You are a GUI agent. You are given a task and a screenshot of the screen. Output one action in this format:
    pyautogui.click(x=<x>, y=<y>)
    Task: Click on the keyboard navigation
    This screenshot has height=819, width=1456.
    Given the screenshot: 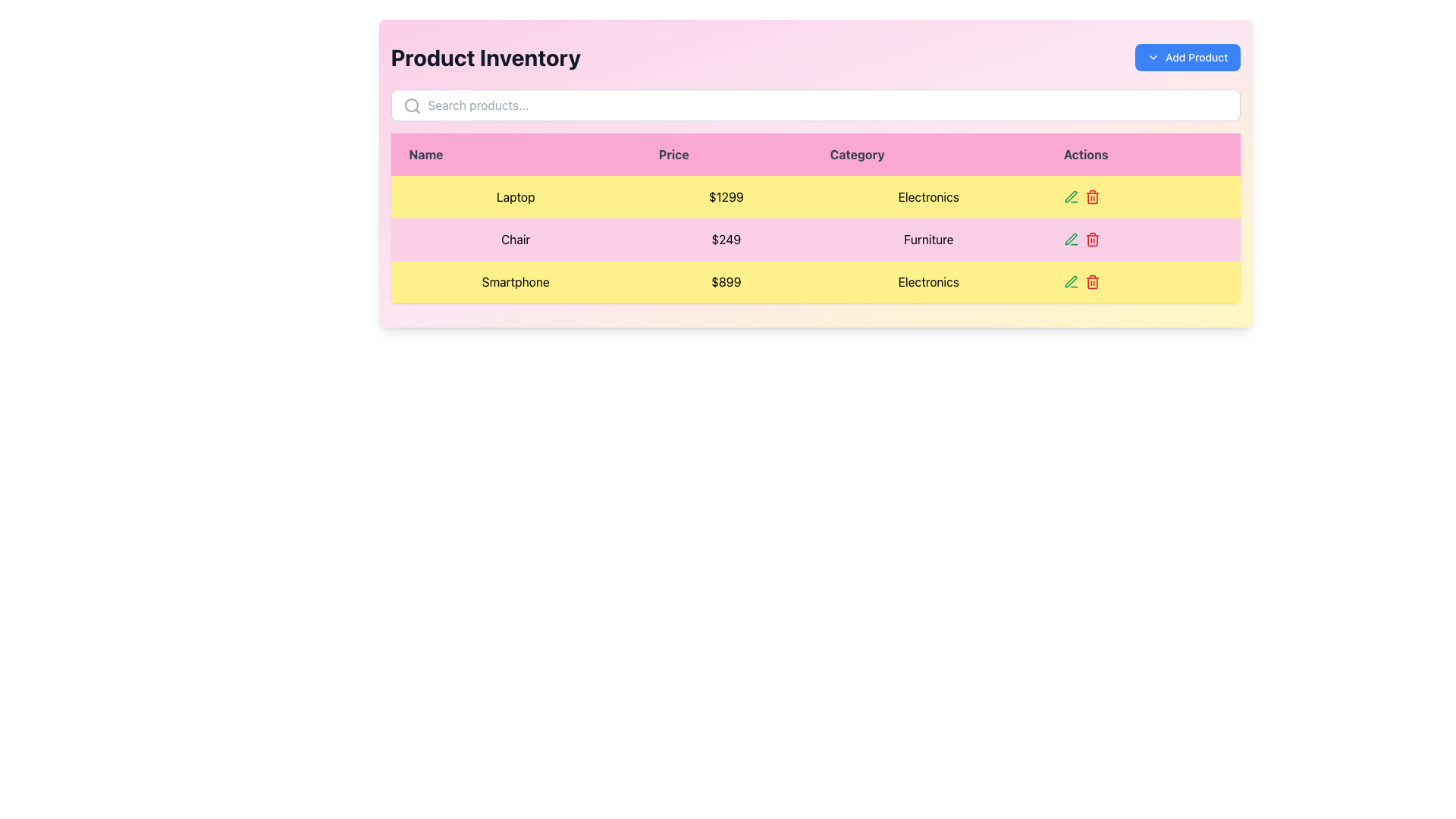 What is the action you would take?
    pyautogui.click(x=814, y=281)
    